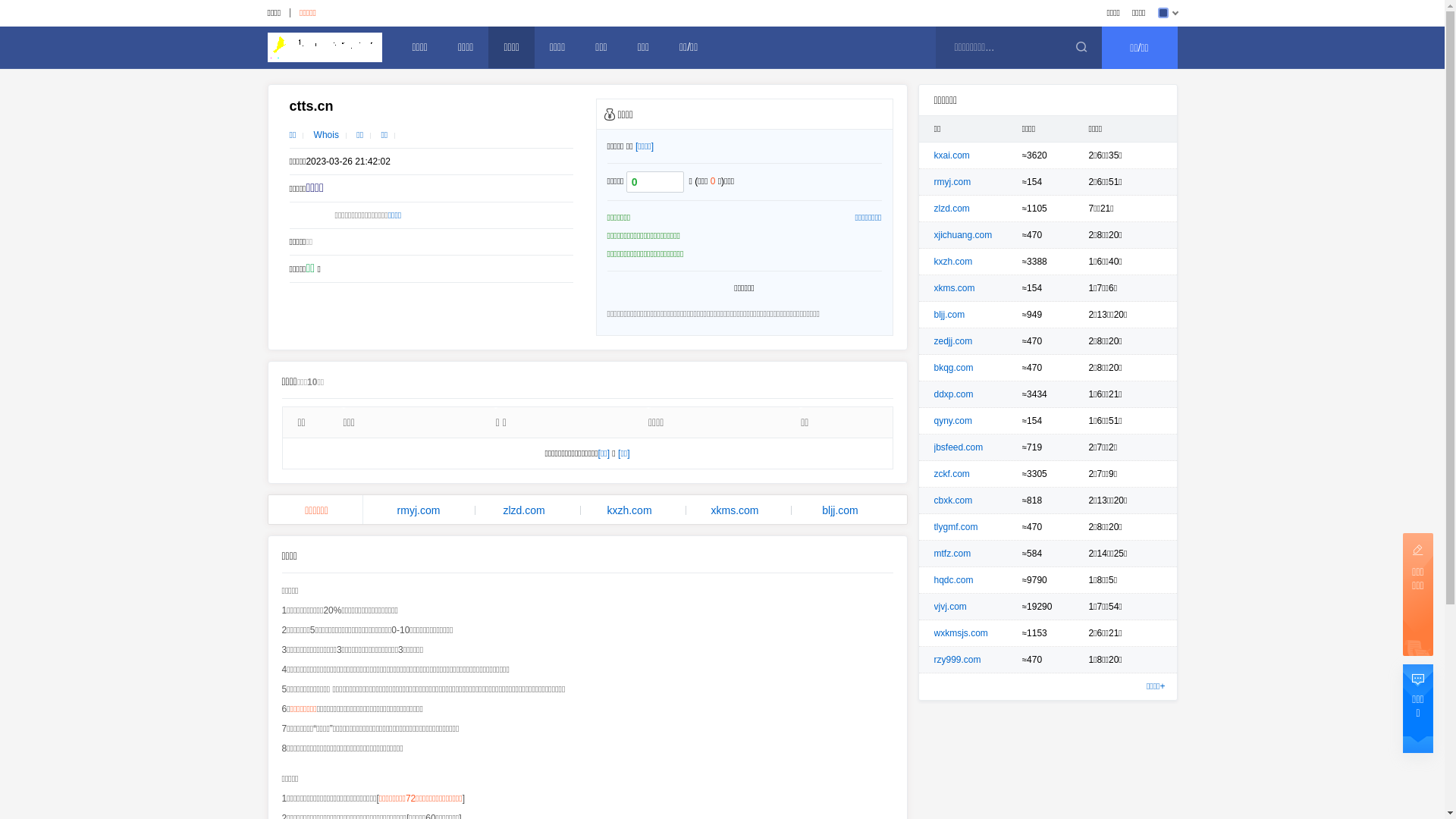  Describe the element at coordinates (934, 394) in the screenshot. I see `'ddxp.com'` at that location.